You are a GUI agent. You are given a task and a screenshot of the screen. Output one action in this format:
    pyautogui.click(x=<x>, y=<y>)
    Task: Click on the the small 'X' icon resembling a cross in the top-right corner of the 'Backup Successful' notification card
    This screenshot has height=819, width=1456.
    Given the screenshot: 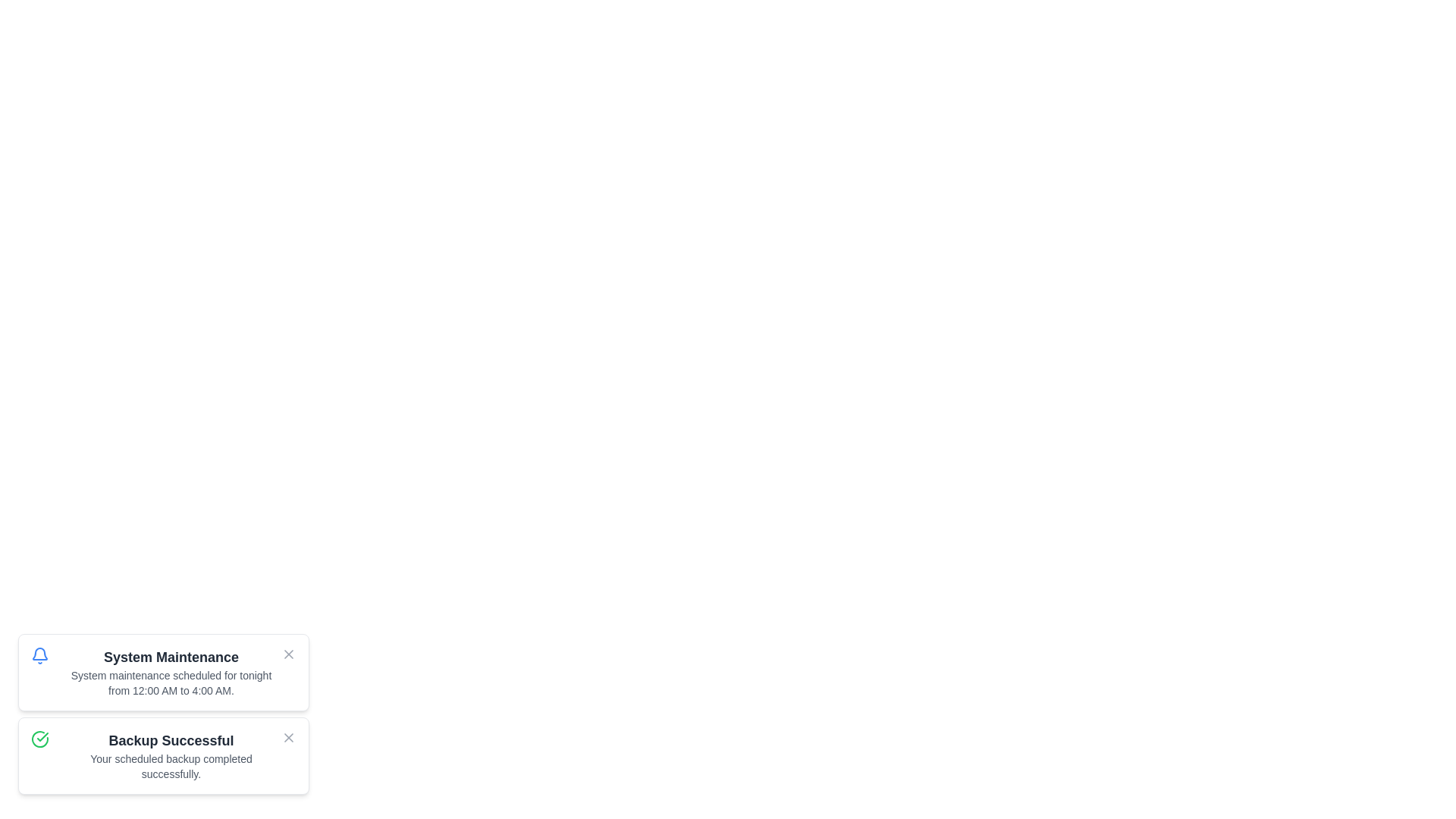 What is the action you would take?
    pyautogui.click(x=288, y=736)
    